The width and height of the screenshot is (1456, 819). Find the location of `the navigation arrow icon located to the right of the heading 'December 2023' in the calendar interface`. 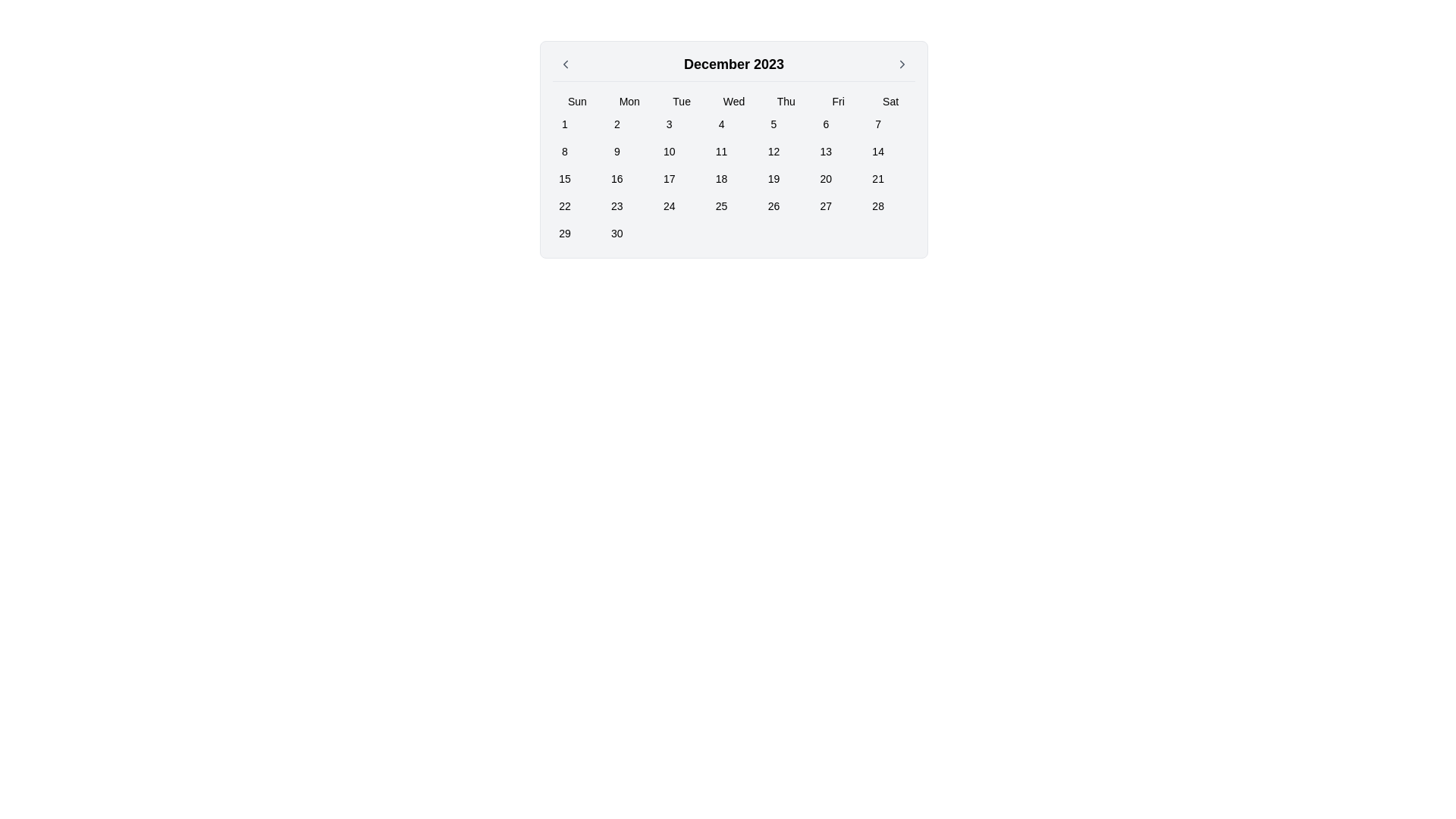

the navigation arrow icon located to the right of the heading 'December 2023' in the calendar interface is located at coordinates (902, 63).